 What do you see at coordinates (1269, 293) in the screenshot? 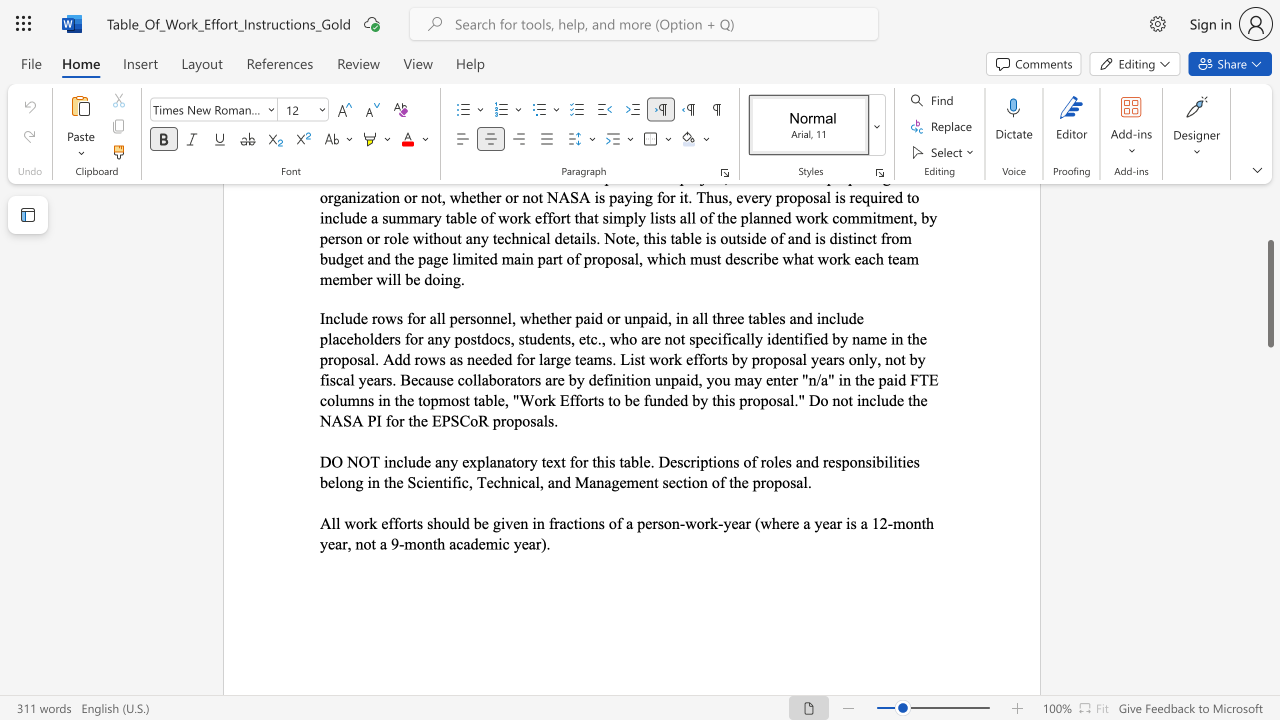
I see `the scrollbar and move down 90 pixels` at bounding box center [1269, 293].